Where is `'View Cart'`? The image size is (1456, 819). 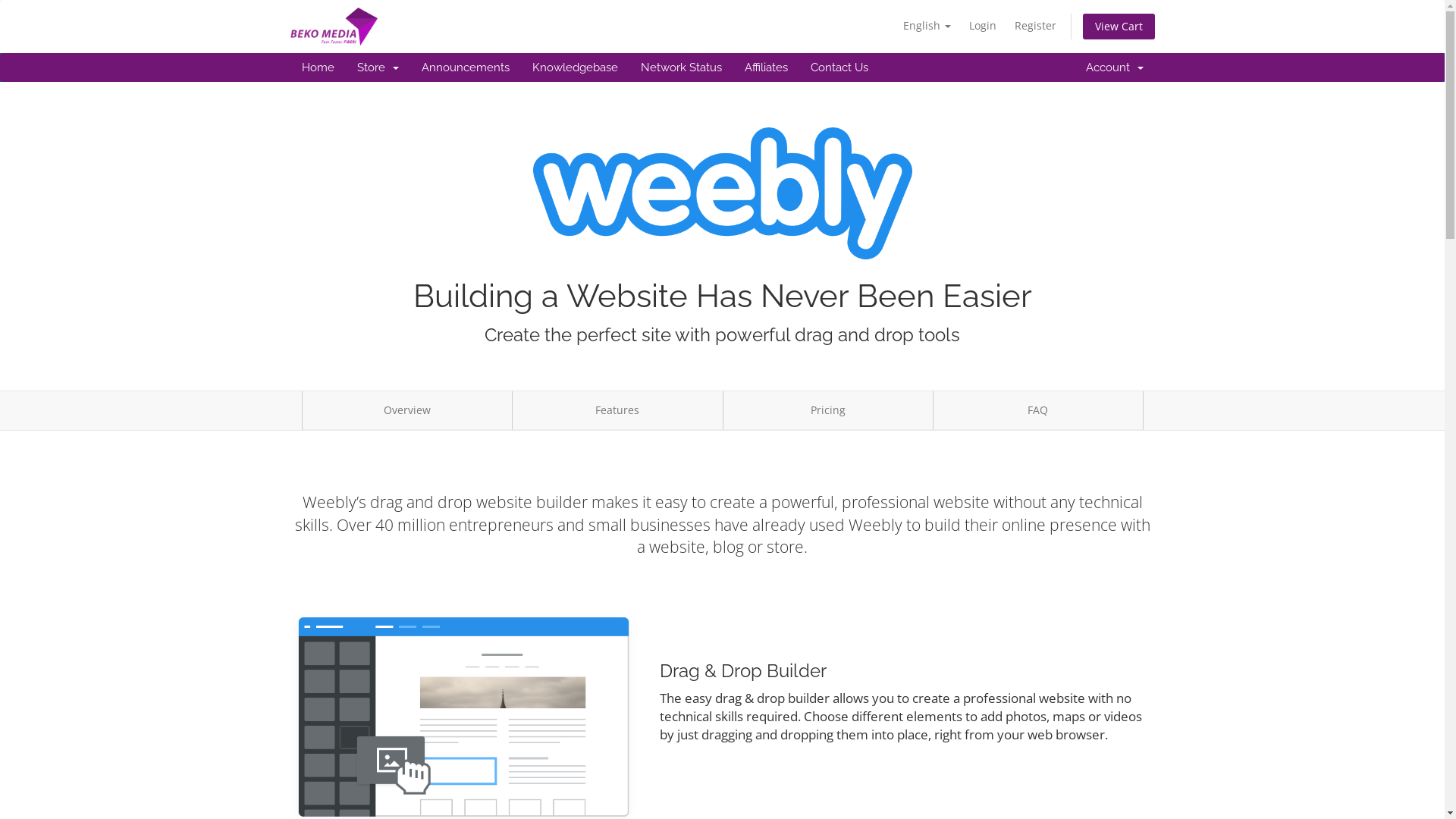 'View Cart' is located at coordinates (1119, 26).